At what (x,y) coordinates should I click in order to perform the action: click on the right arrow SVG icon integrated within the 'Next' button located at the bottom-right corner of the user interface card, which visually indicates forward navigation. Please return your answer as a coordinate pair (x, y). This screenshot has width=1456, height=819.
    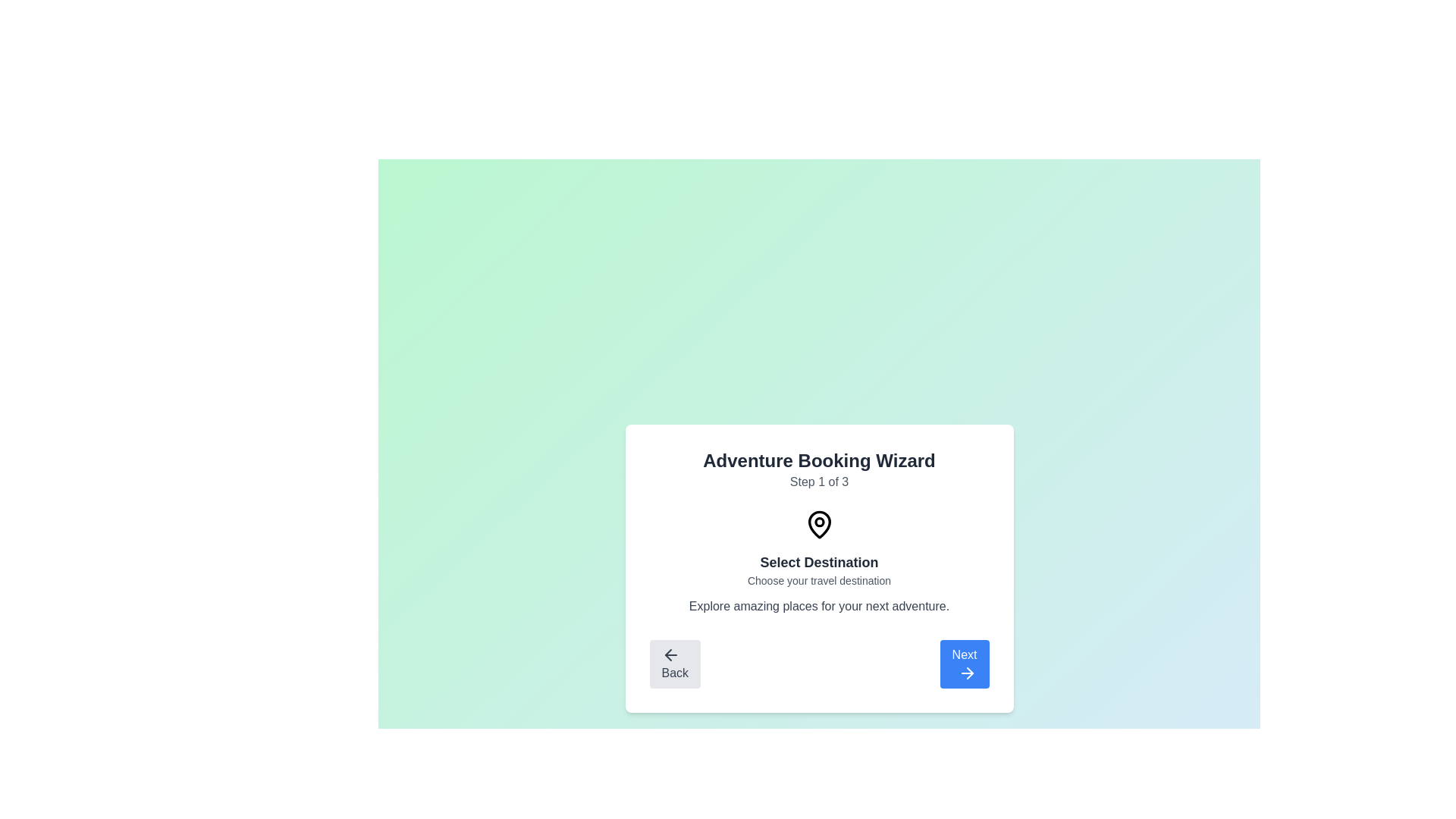
    Looking at the image, I should click on (966, 672).